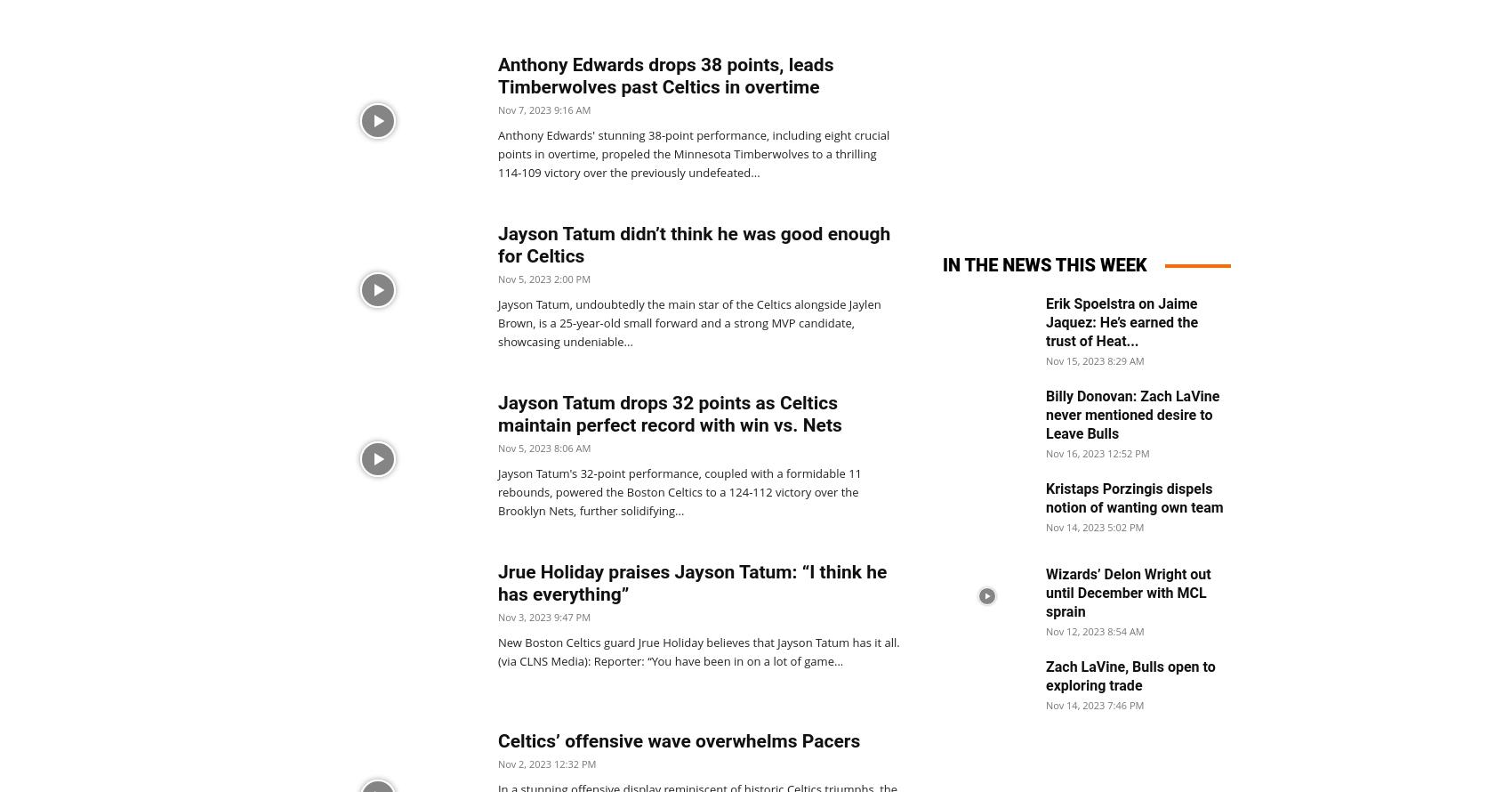  I want to click on 'Nov 14, 2023 5:02 PM', so click(1045, 526).